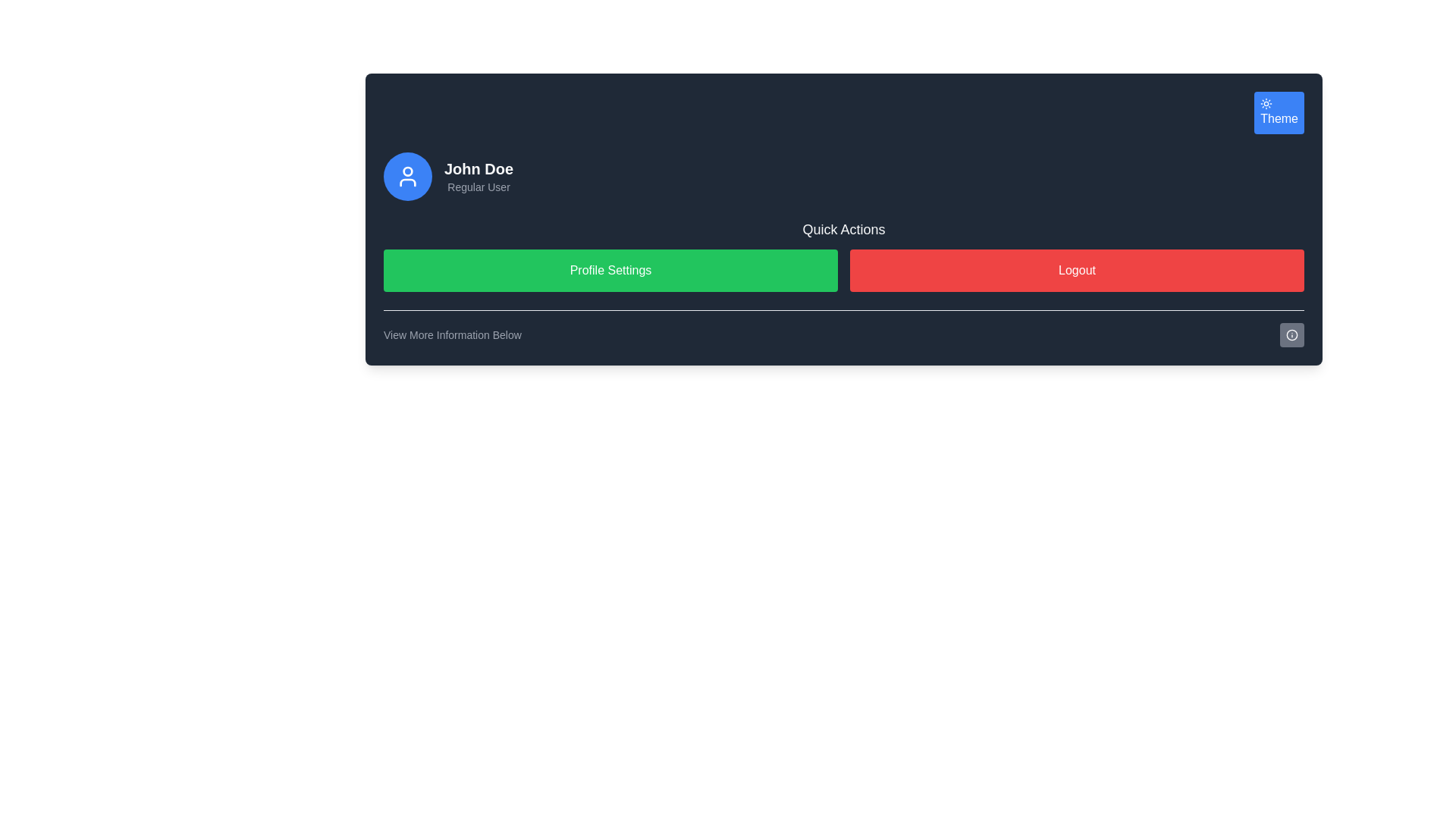  I want to click on the text display label that shows the name 'John Doe', which is styled in large bold font and positioned next to a blue avatar icon, so click(478, 169).